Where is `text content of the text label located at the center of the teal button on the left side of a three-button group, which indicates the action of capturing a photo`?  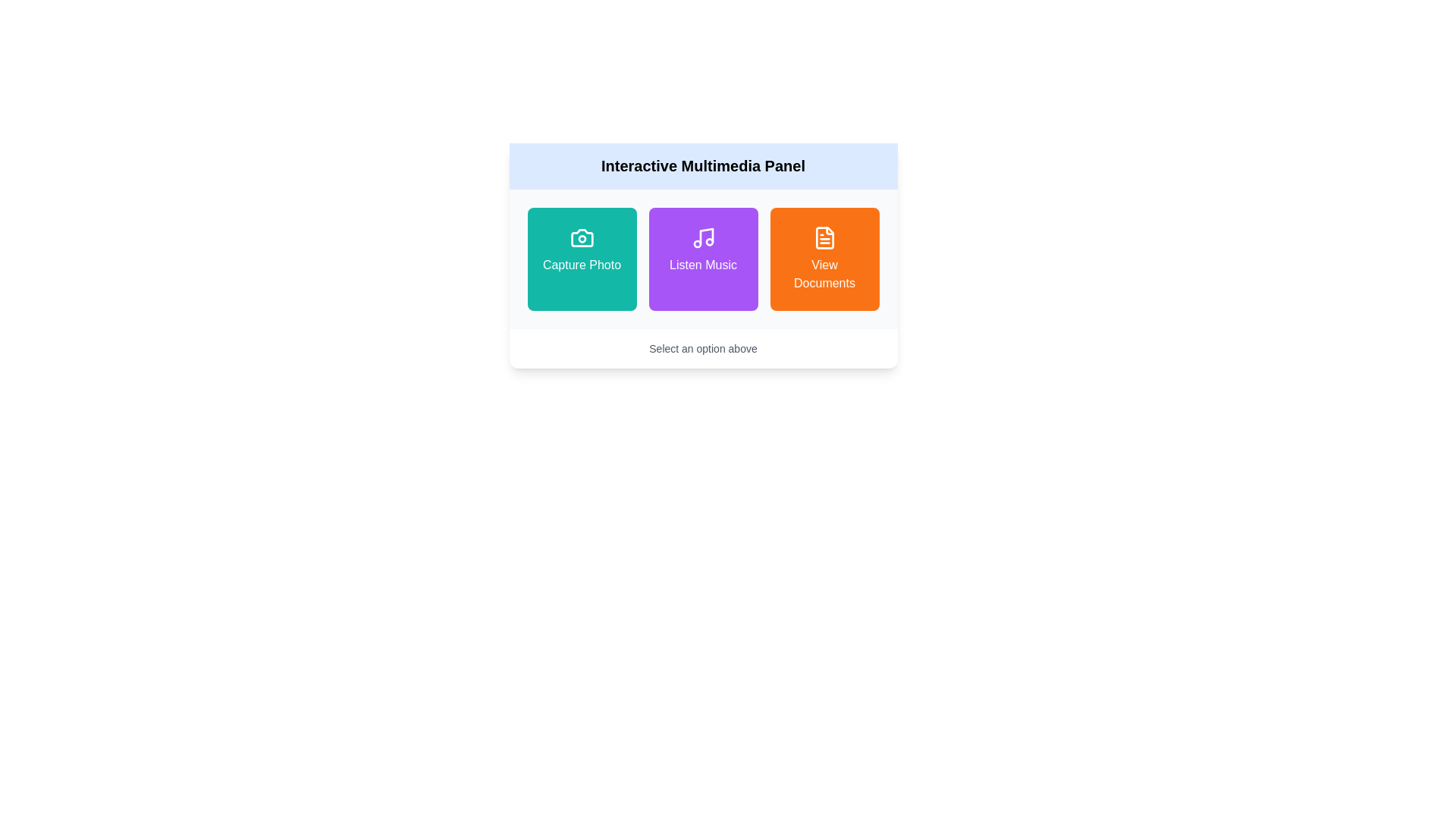
text content of the text label located at the center of the teal button on the left side of a three-button group, which indicates the action of capturing a photo is located at coordinates (581, 265).